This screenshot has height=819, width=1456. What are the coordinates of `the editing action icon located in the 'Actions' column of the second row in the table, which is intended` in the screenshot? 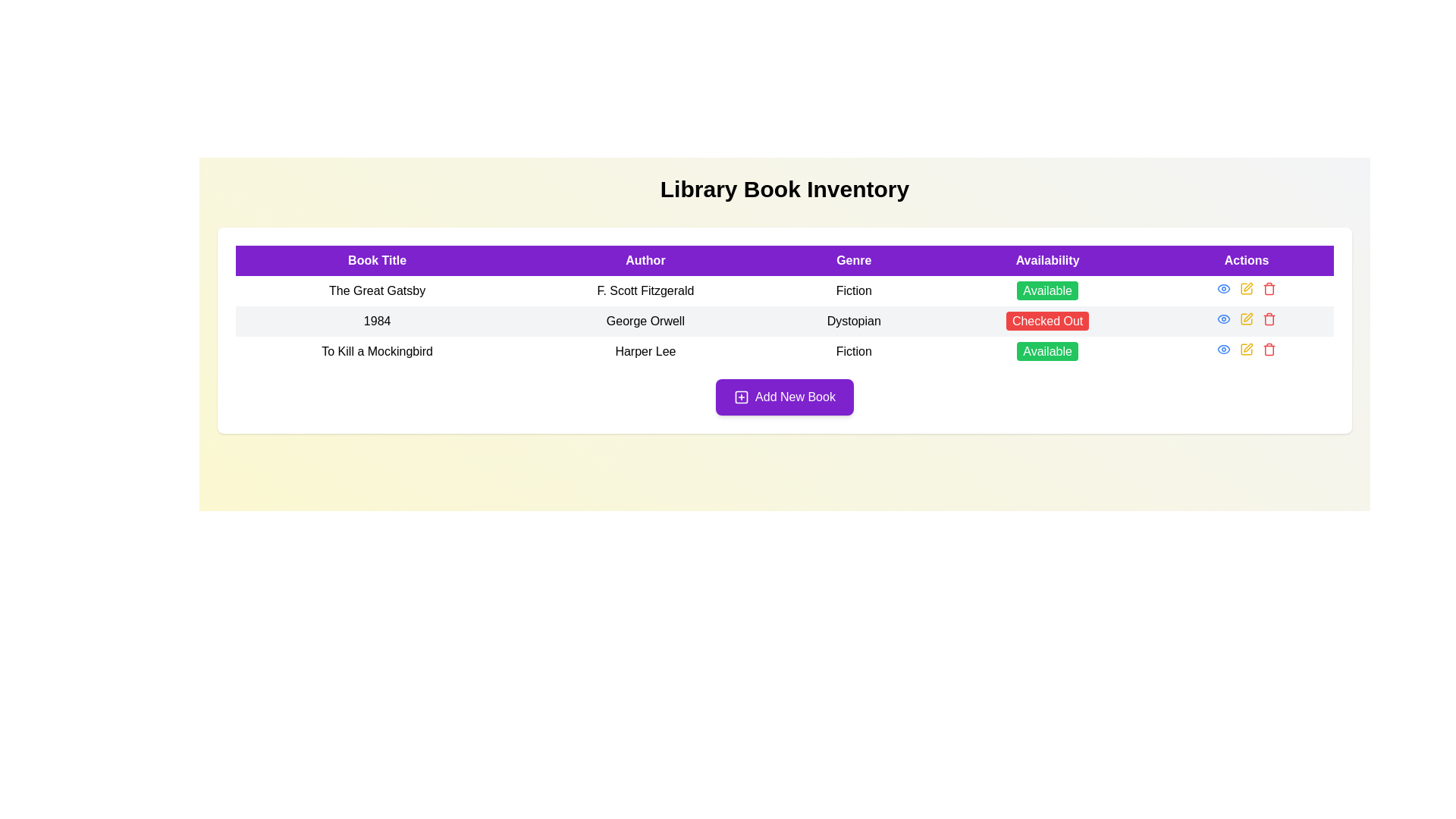 It's located at (1246, 318).